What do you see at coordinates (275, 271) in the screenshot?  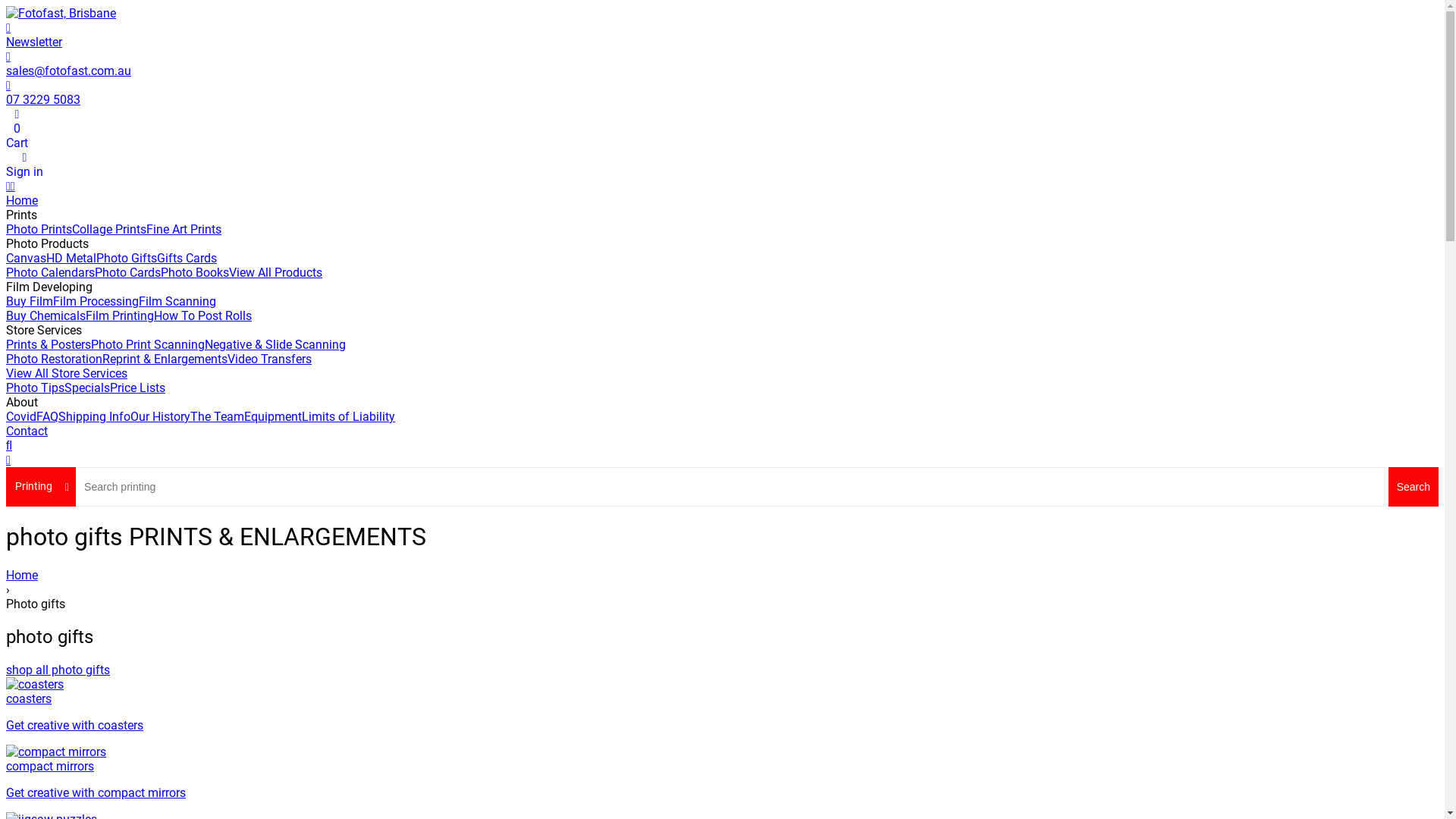 I see `'View All Products'` at bounding box center [275, 271].